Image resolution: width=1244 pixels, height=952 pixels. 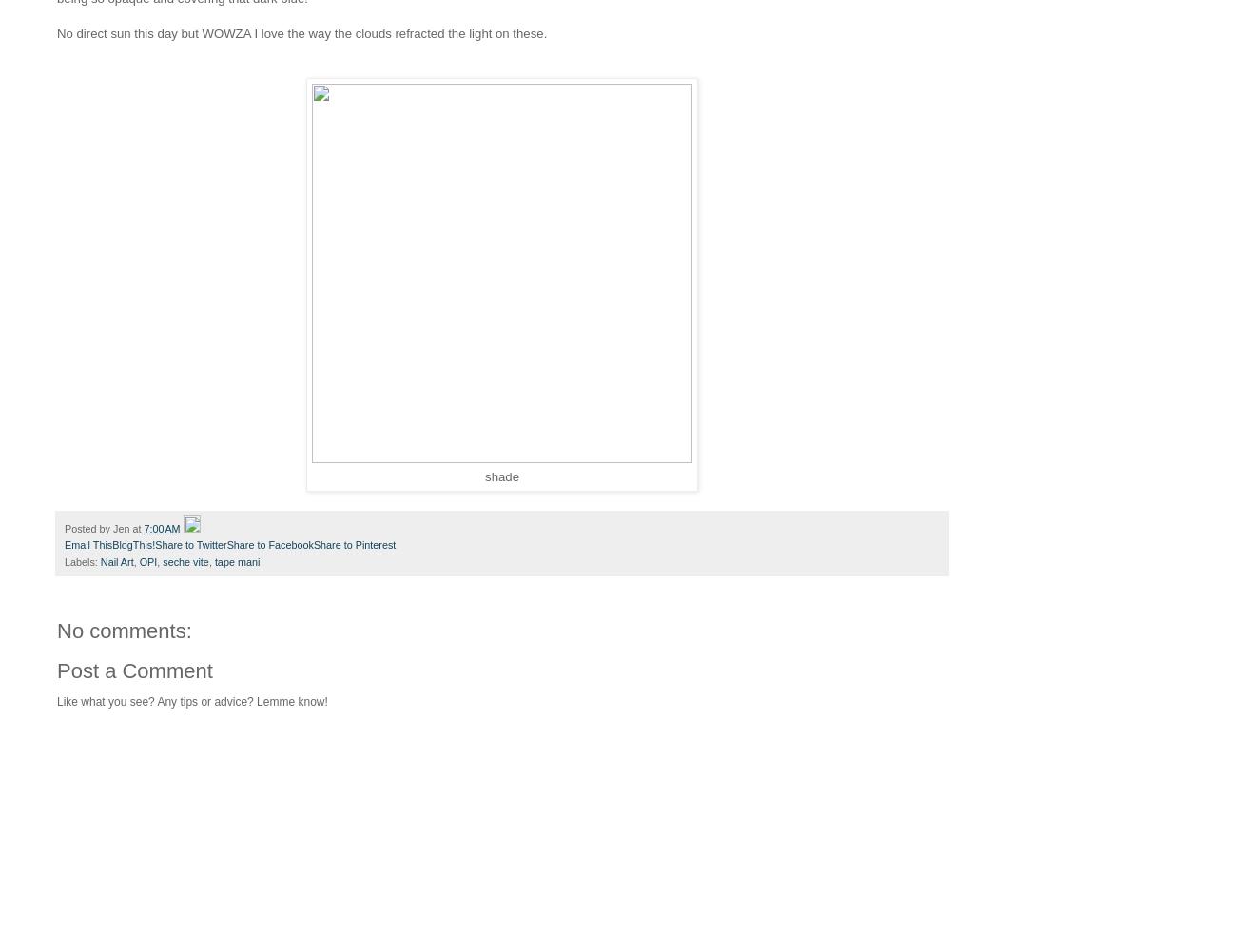 I want to click on 'OPI', so click(x=146, y=560).